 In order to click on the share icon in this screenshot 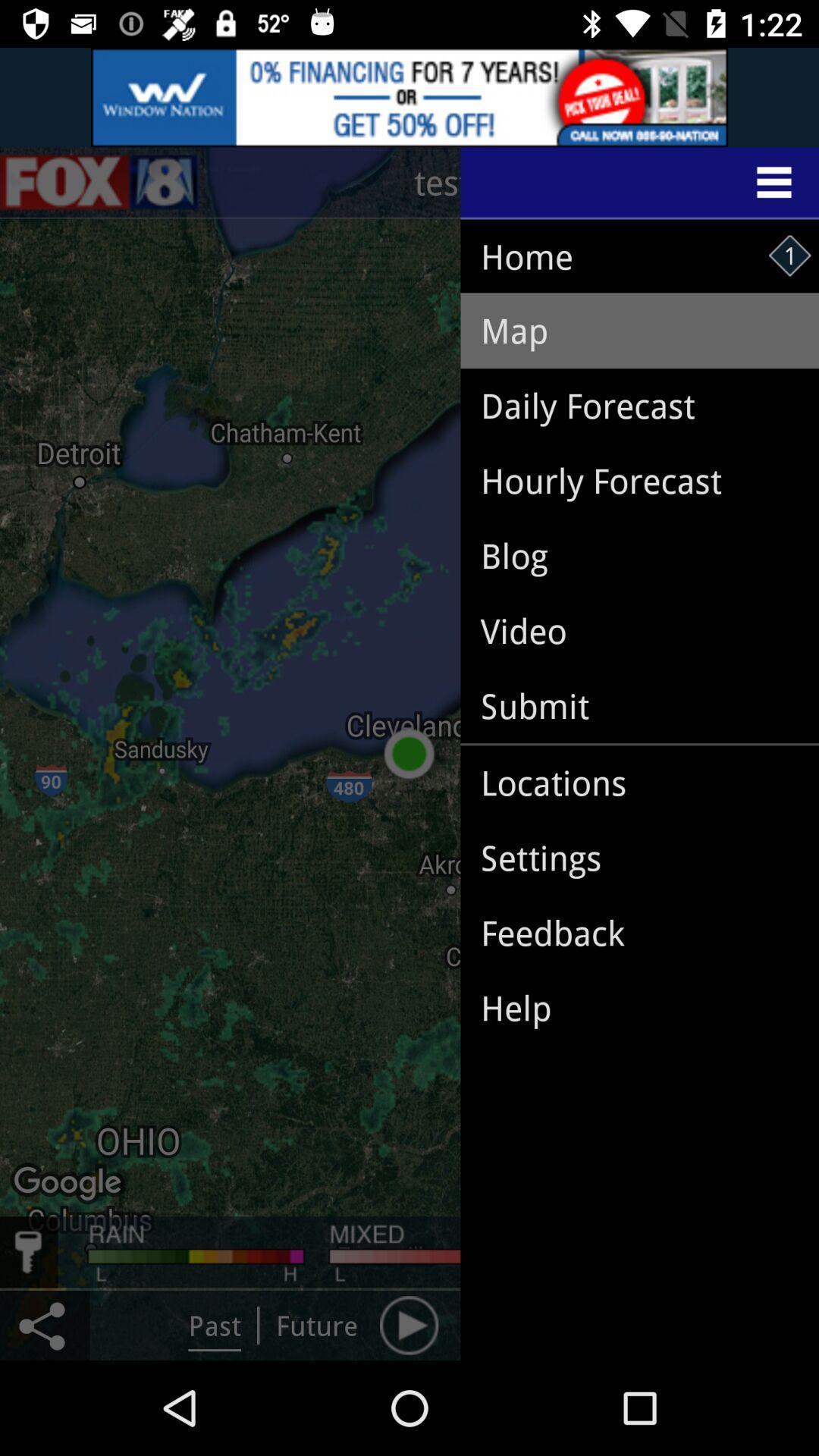, I will do `click(44, 1324)`.